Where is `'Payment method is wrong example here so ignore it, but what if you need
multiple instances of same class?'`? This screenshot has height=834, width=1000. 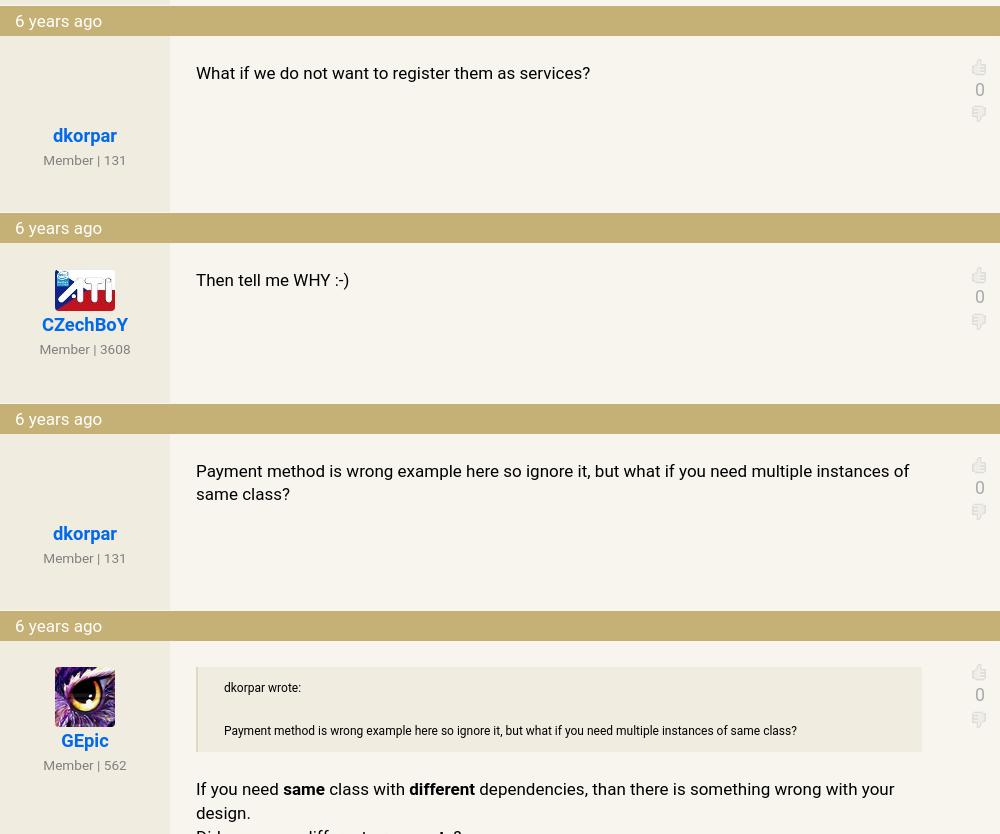 'Payment method is wrong example here so ignore it, but what if you need
multiple instances of same class?' is located at coordinates (552, 481).